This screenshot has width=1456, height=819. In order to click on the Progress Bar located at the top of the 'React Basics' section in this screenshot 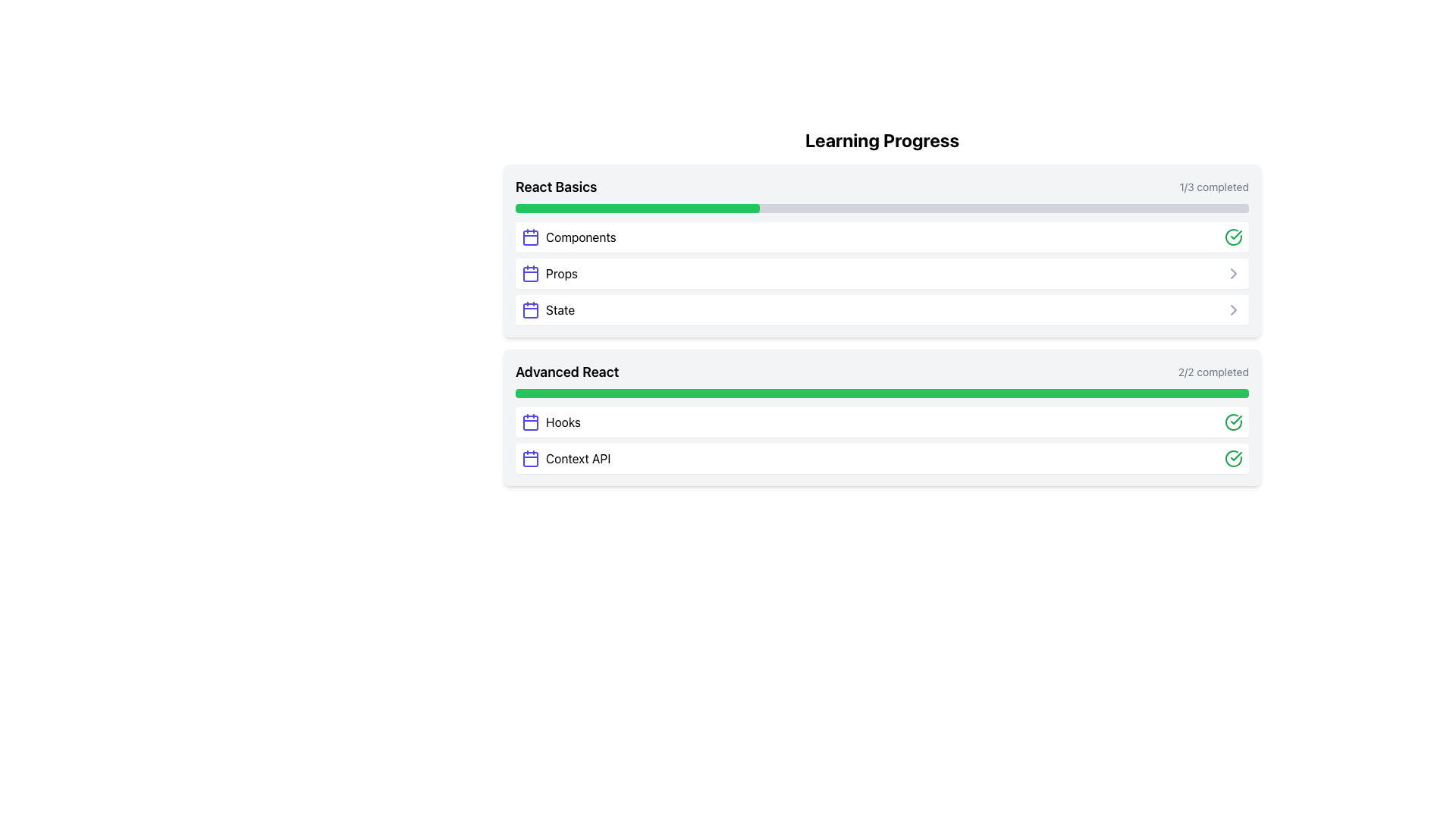, I will do `click(638, 208)`.